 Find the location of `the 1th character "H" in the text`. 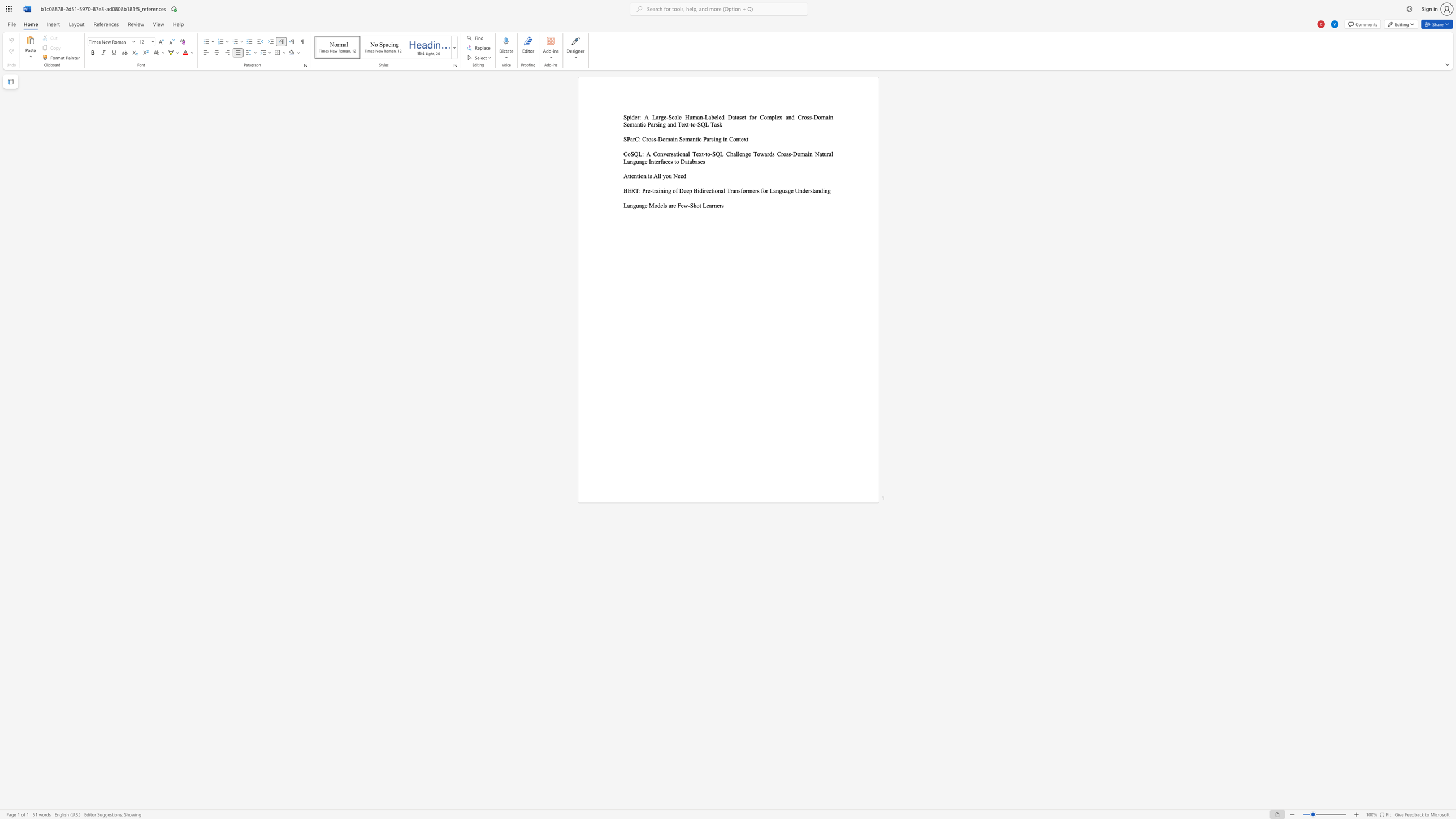

the 1th character "H" in the text is located at coordinates (687, 117).